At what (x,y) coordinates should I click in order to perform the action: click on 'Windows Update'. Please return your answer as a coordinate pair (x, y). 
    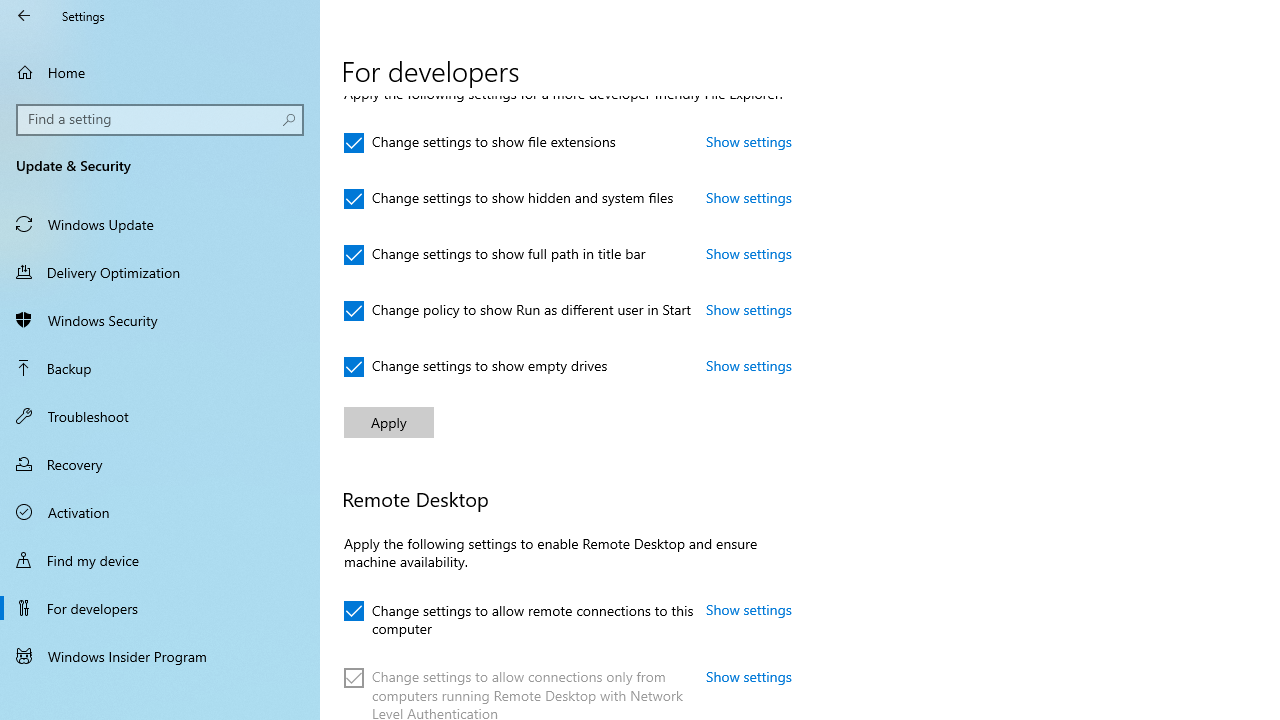
    Looking at the image, I should click on (160, 223).